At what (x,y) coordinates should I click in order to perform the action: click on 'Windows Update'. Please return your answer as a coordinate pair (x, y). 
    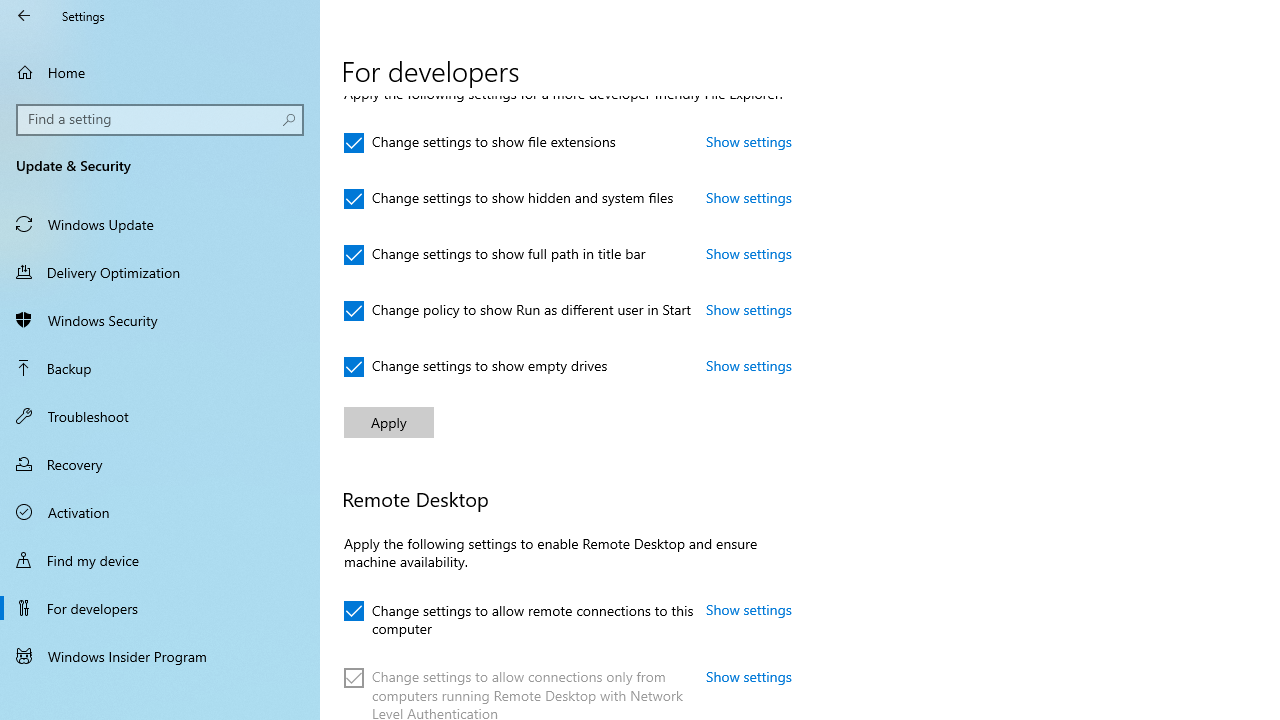
    Looking at the image, I should click on (160, 223).